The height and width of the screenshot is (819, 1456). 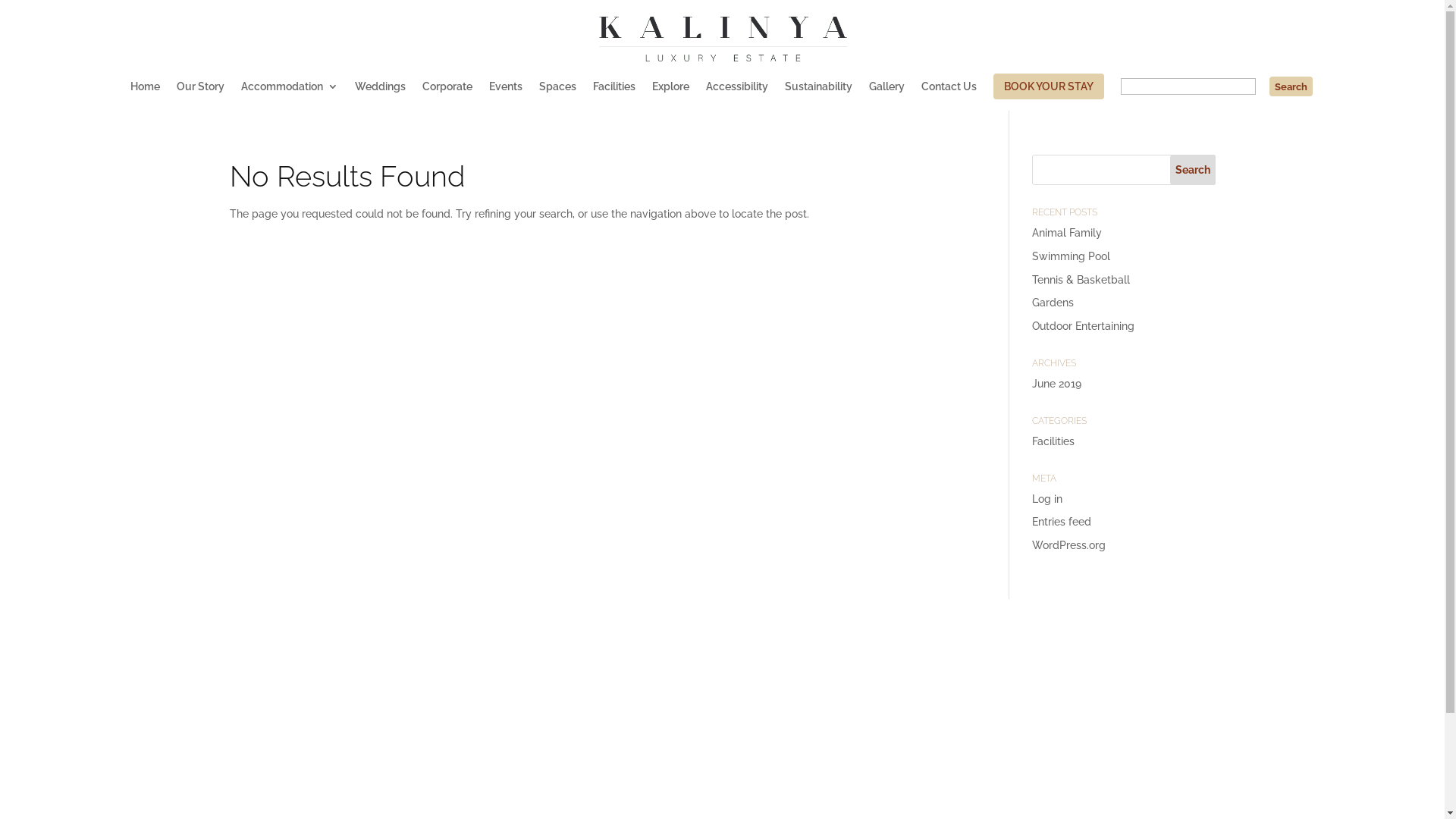 What do you see at coordinates (1031, 302) in the screenshot?
I see `'Gardens'` at bounding box center [1031, 302].